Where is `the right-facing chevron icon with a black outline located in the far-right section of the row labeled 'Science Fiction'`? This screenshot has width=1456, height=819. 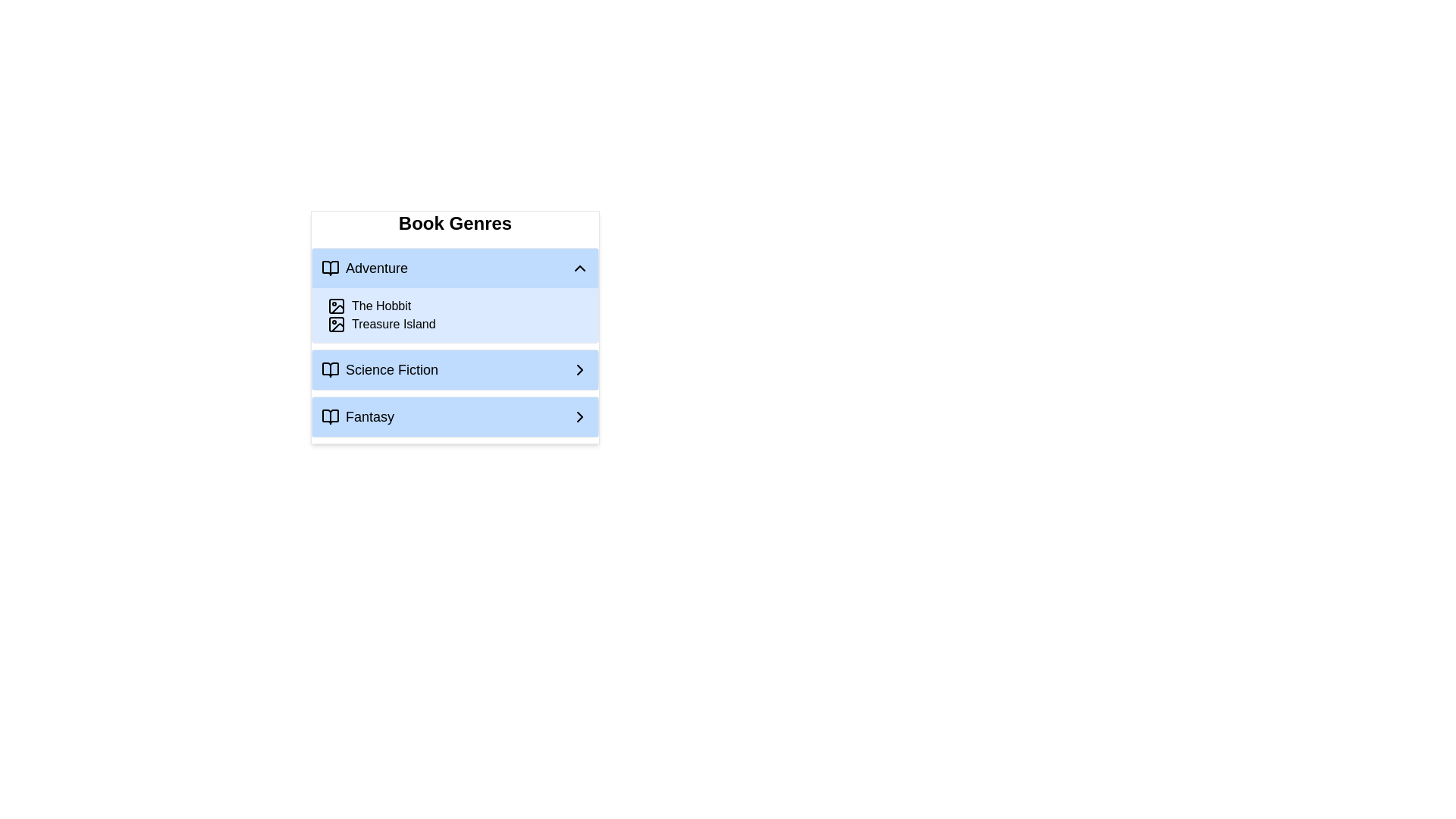
the right-facing chevron icon with a black outline located in the far-right section of the row labeled 'Science Fiction' is located at coordinates (579, 370).